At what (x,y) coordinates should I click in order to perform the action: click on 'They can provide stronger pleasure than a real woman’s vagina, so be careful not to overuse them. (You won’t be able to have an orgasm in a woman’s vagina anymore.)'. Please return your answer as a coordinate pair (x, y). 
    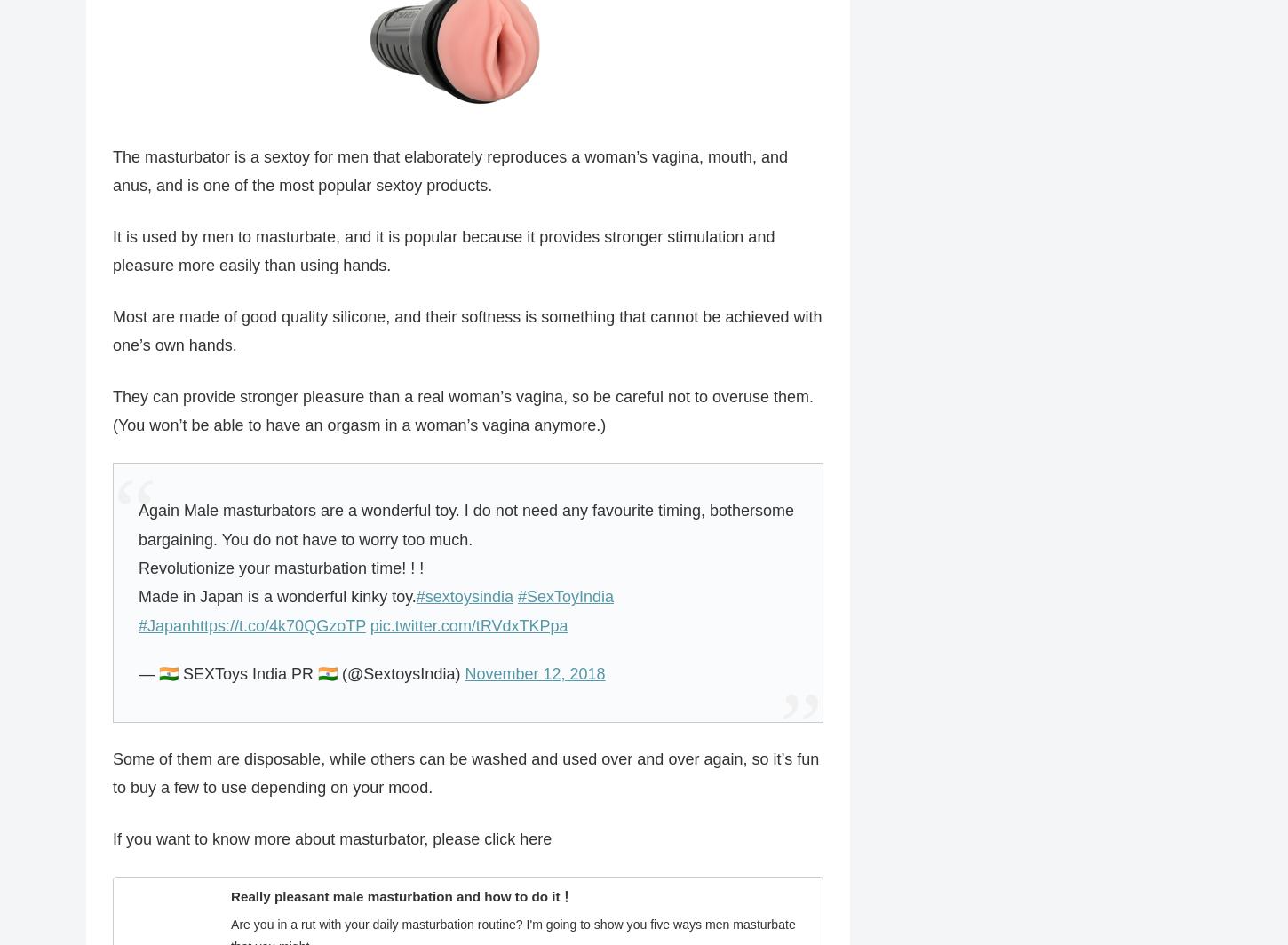
    Looking at the image, I should click on (463, 411).